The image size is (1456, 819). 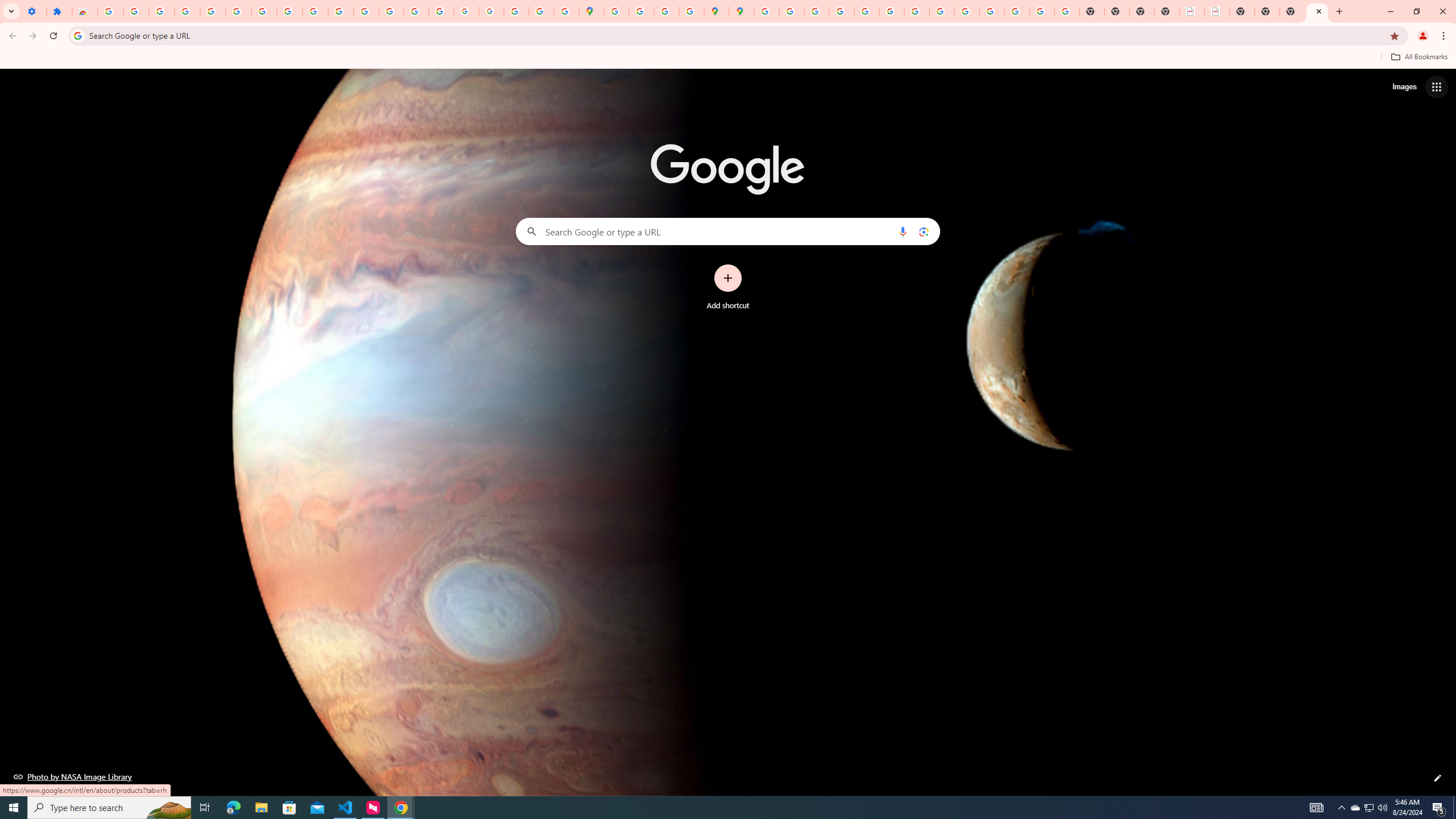 I want to click on 'BAE Systems Brasil | BAE Systems', so click(x=1217, y=11).